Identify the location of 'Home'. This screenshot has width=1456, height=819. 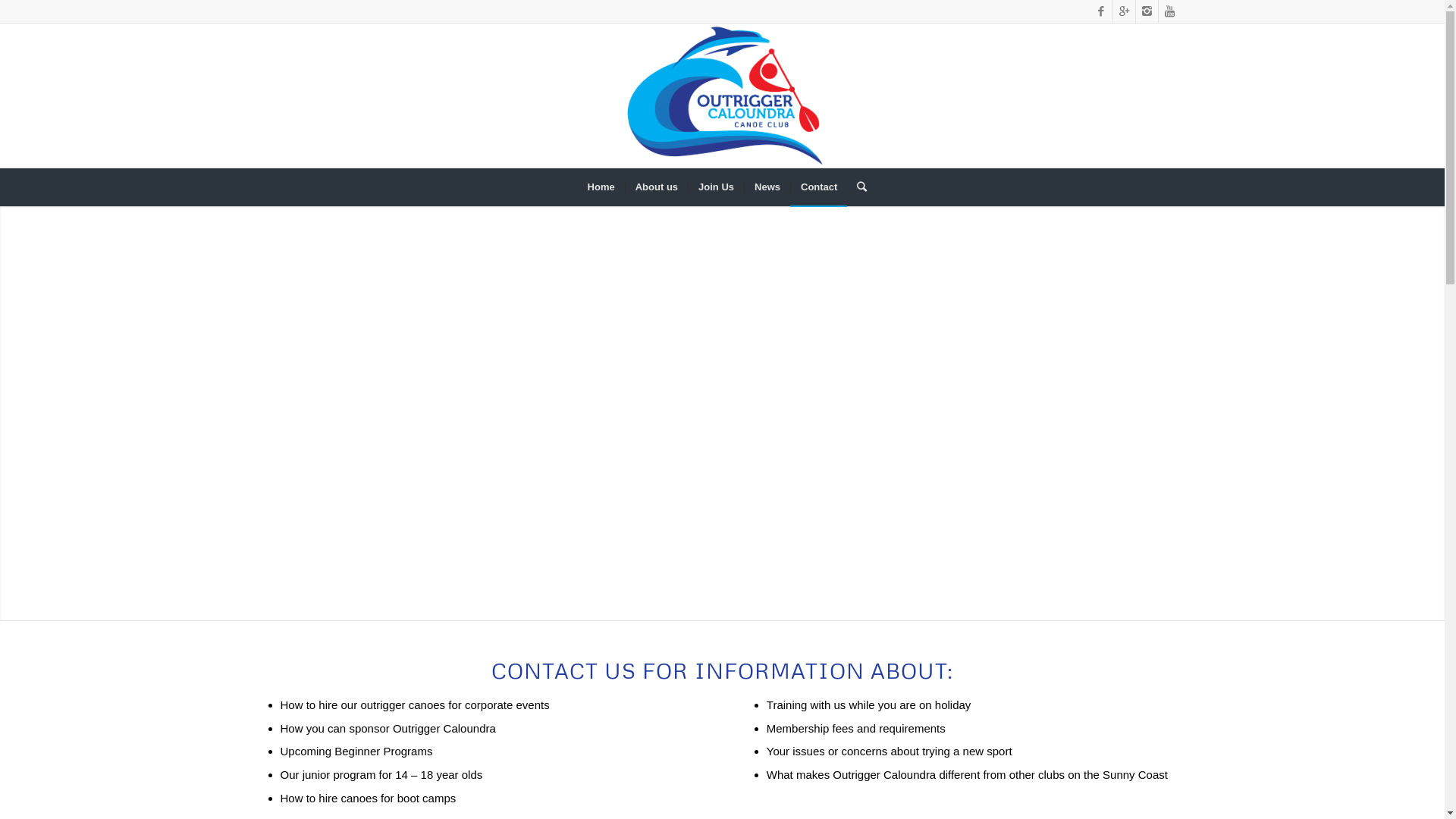
(600, 186).